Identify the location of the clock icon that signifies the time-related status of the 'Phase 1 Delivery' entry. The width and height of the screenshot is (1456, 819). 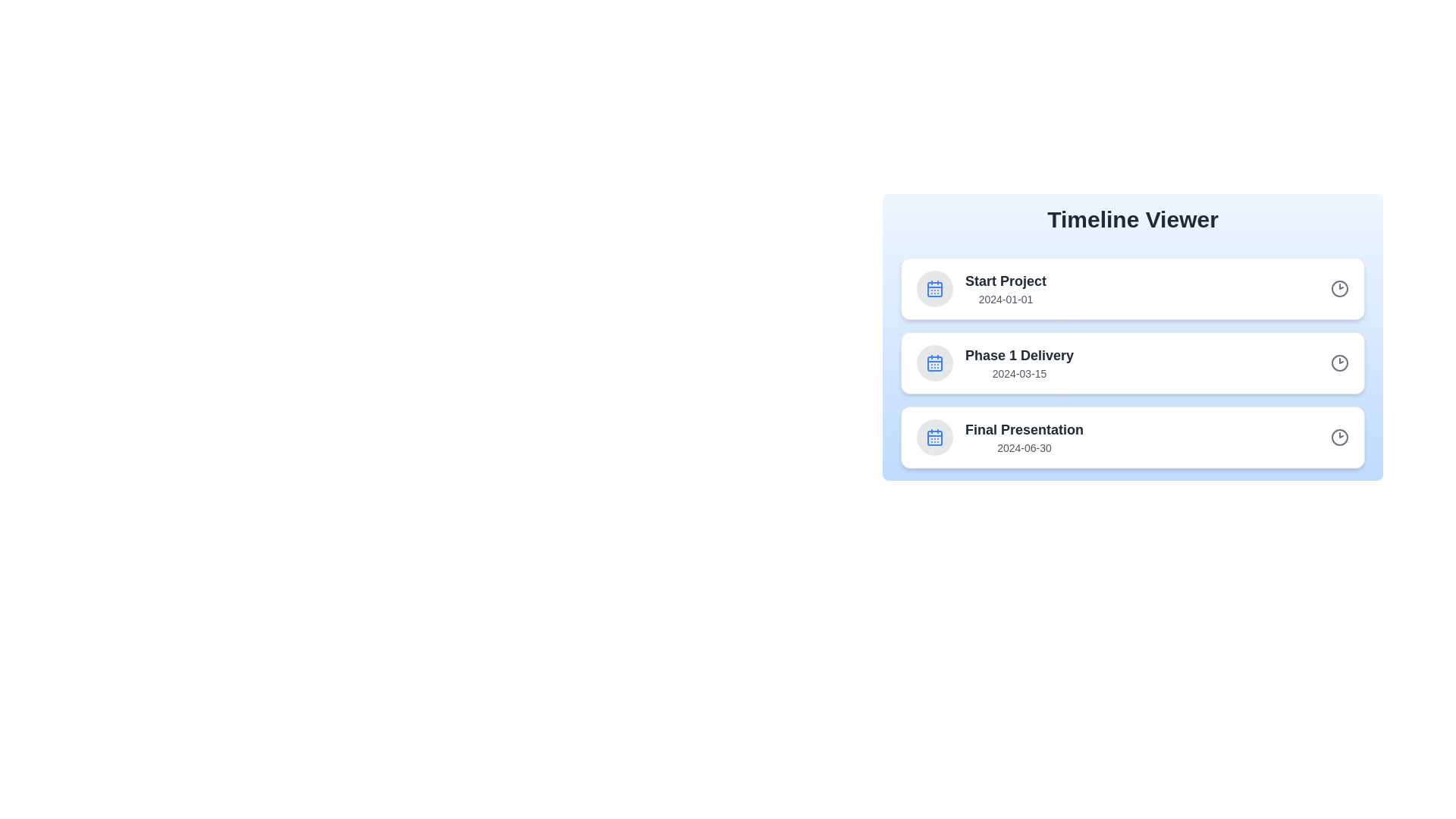
(1339, 362).